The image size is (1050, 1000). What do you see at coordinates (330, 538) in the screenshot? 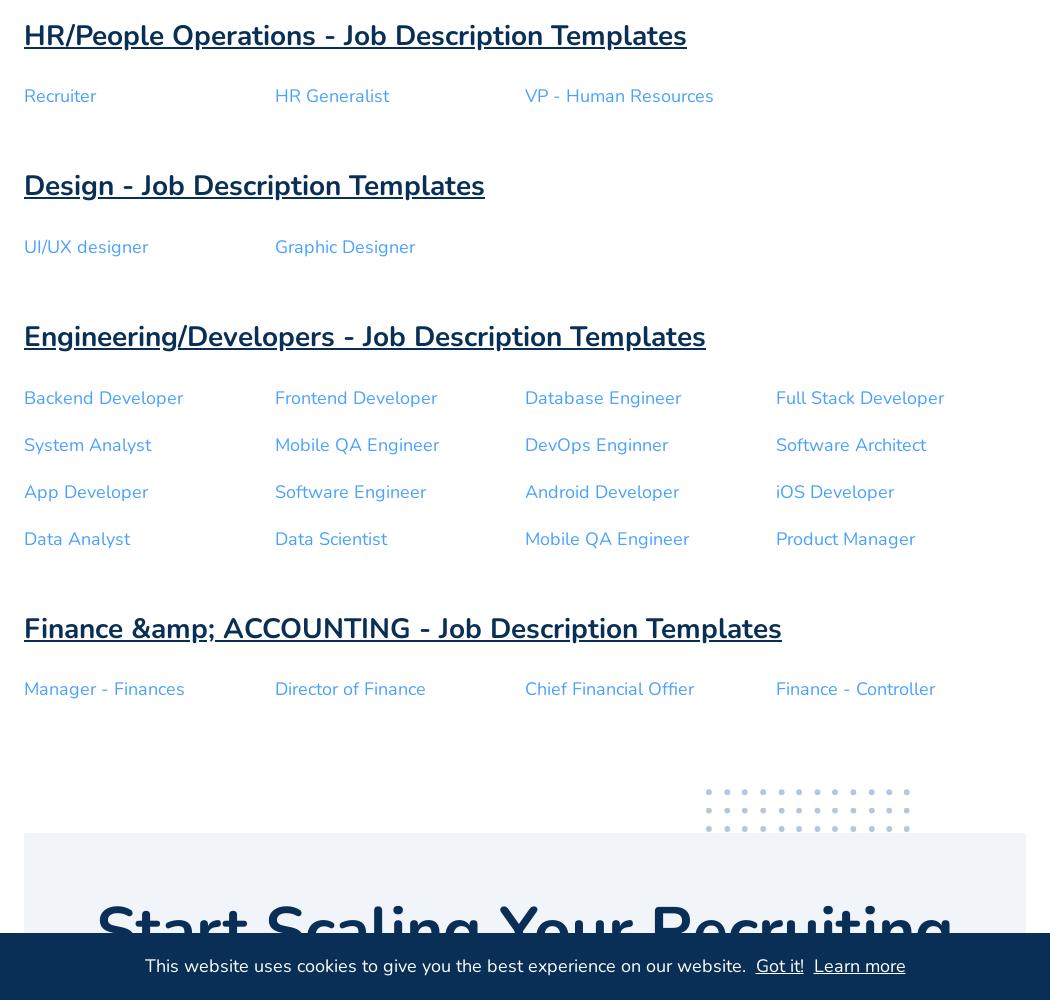
I see `'Data Scientist'` at bounding box center [330, 538].